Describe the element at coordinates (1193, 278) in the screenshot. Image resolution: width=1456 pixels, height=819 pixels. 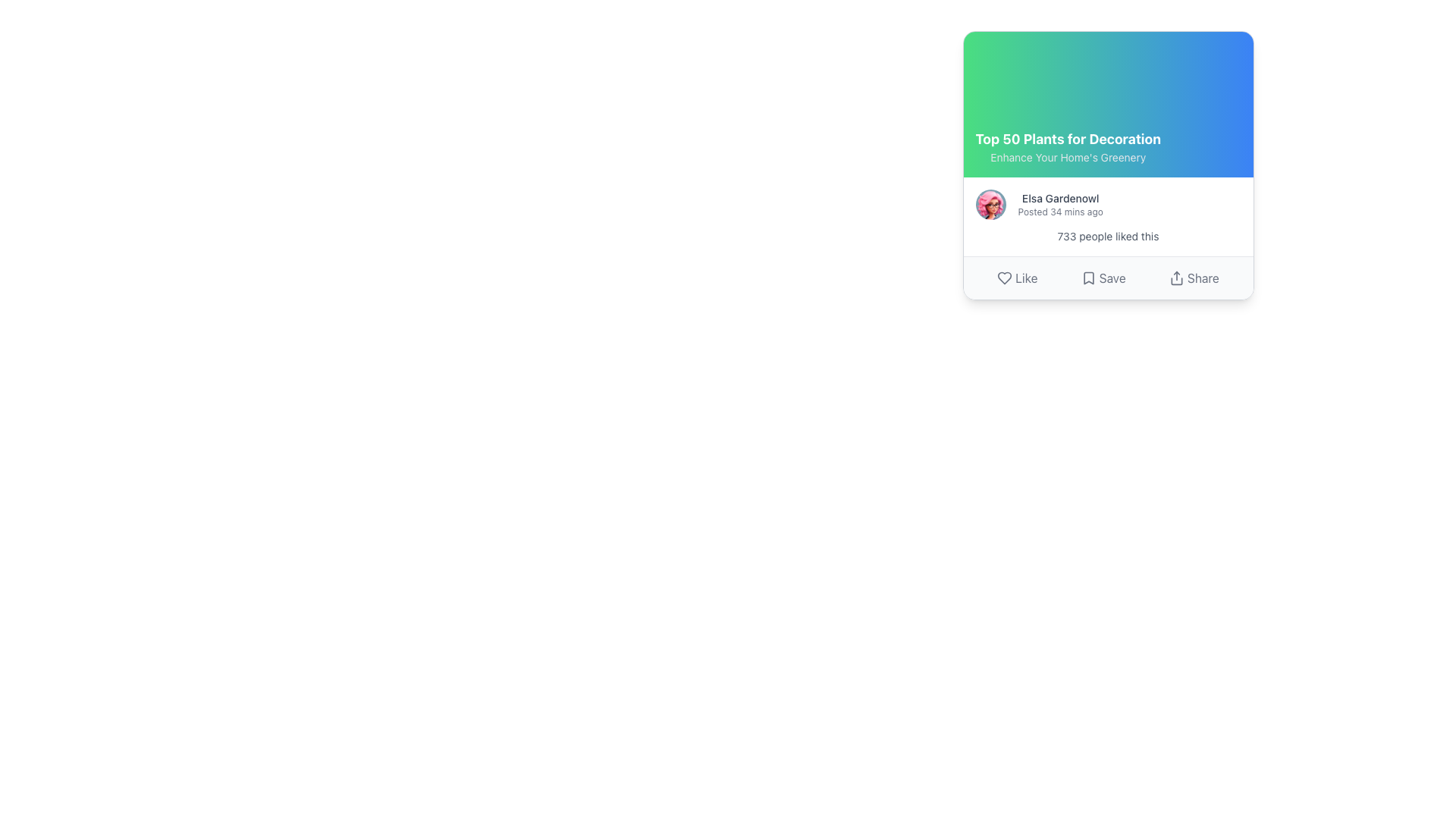
I see `the Share button, which is the third button in a row of buttons at the bottom of the card layout, to share the associated content` at that location.